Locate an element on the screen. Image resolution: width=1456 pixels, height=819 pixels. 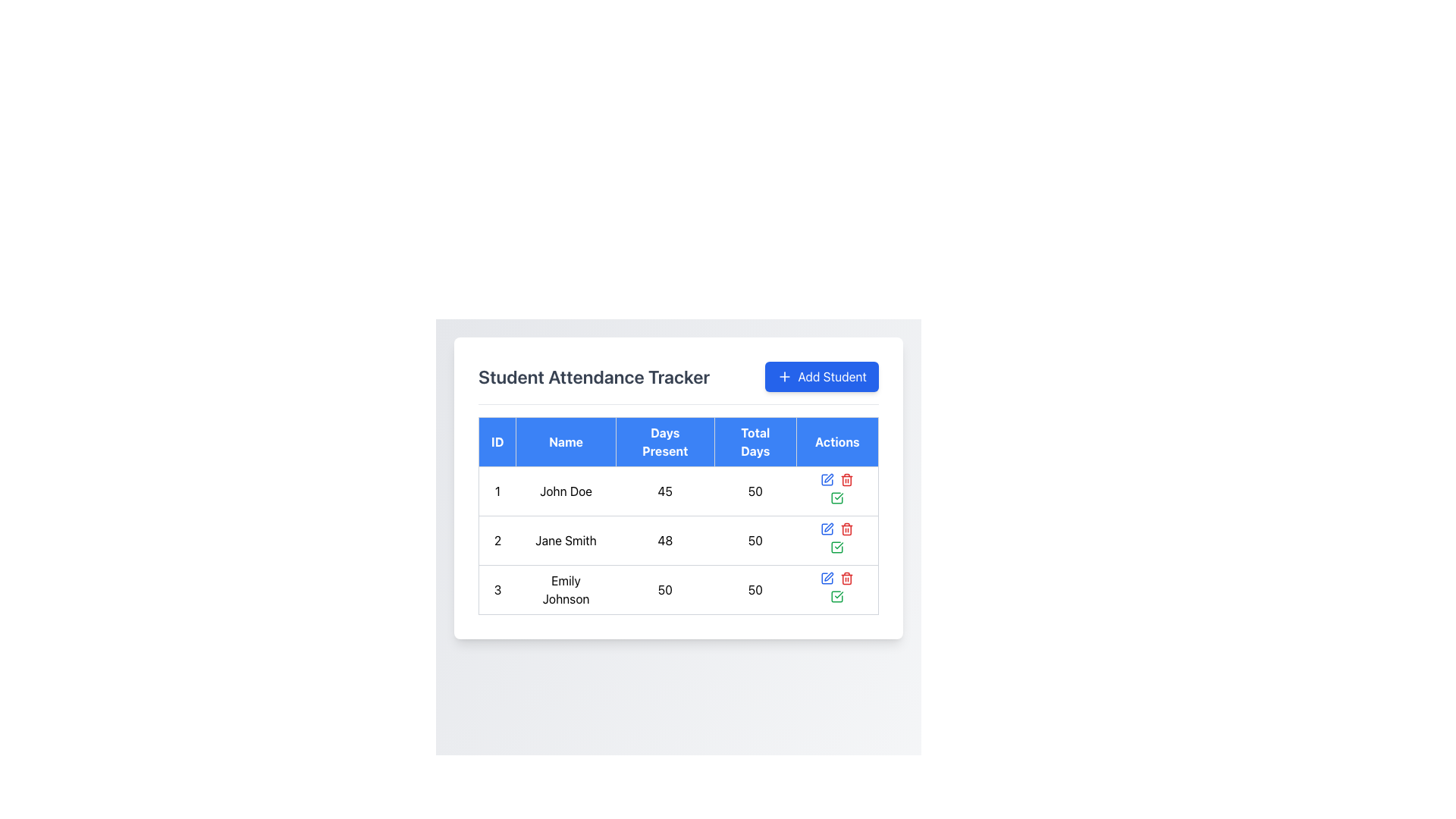
the 'Days Present' column header in the Student Attendance Tracker table, which is the third element from the left in the header row is located at coordinates (665, 441).